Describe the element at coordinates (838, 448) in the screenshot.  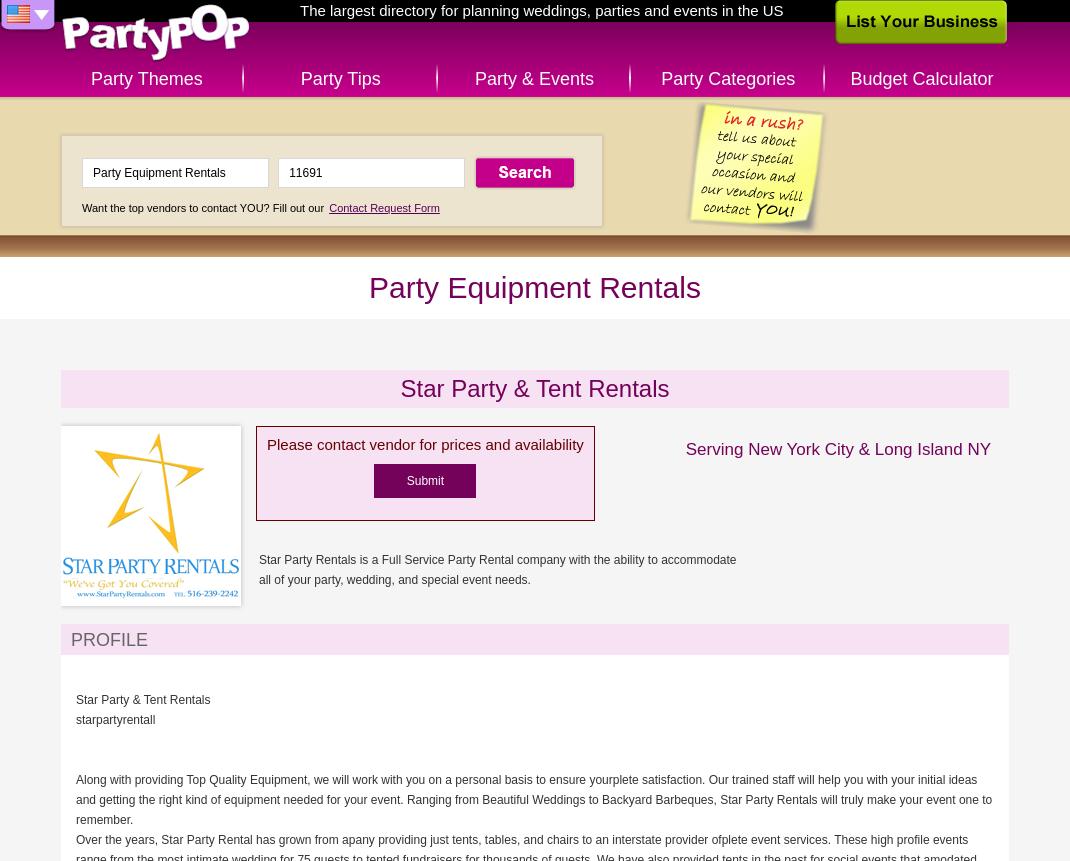
I see `'Serving New York City & Long Island NY'` at that location.